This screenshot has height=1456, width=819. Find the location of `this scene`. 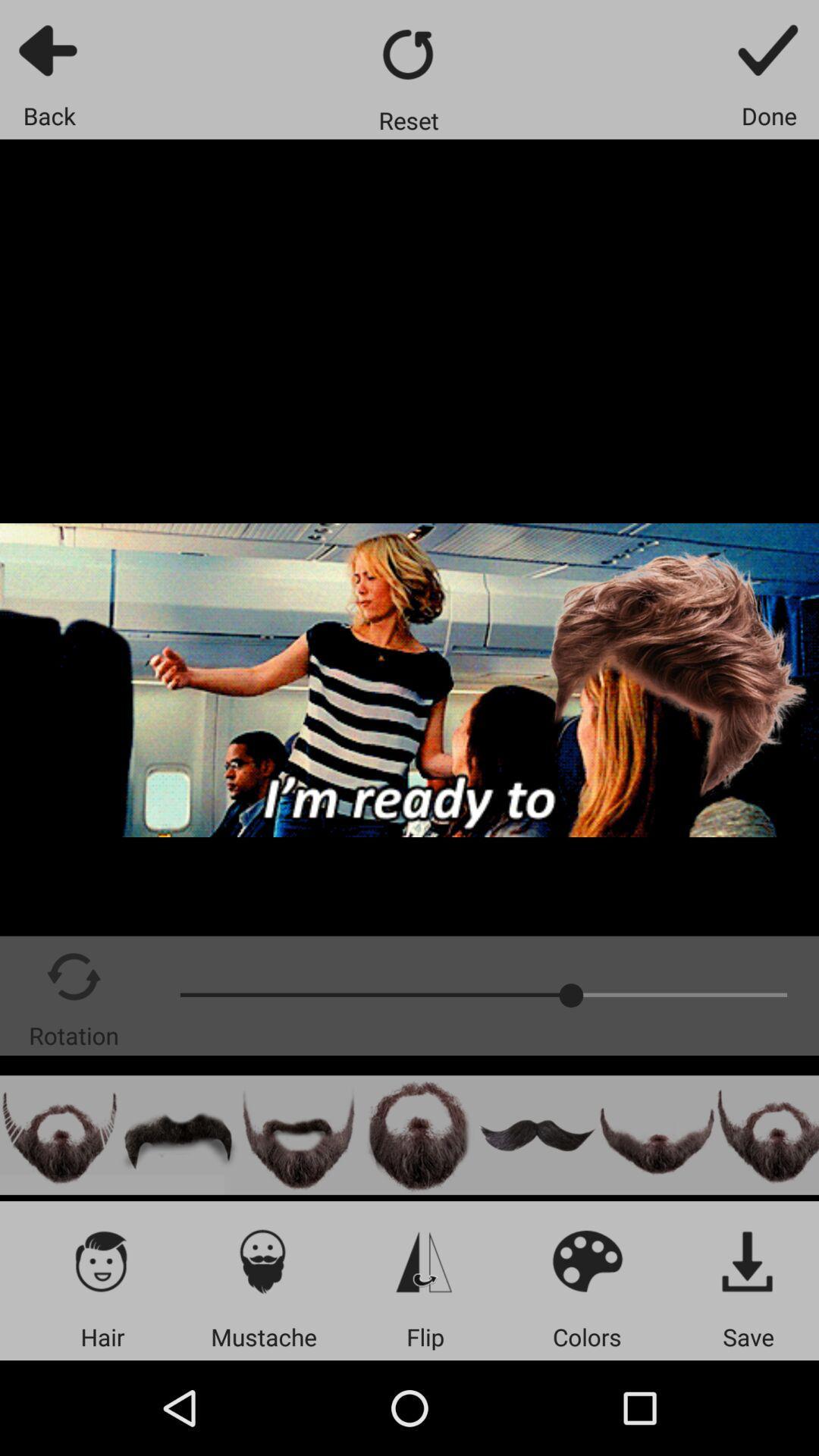

this scene is located at coordinates (58, 1135).